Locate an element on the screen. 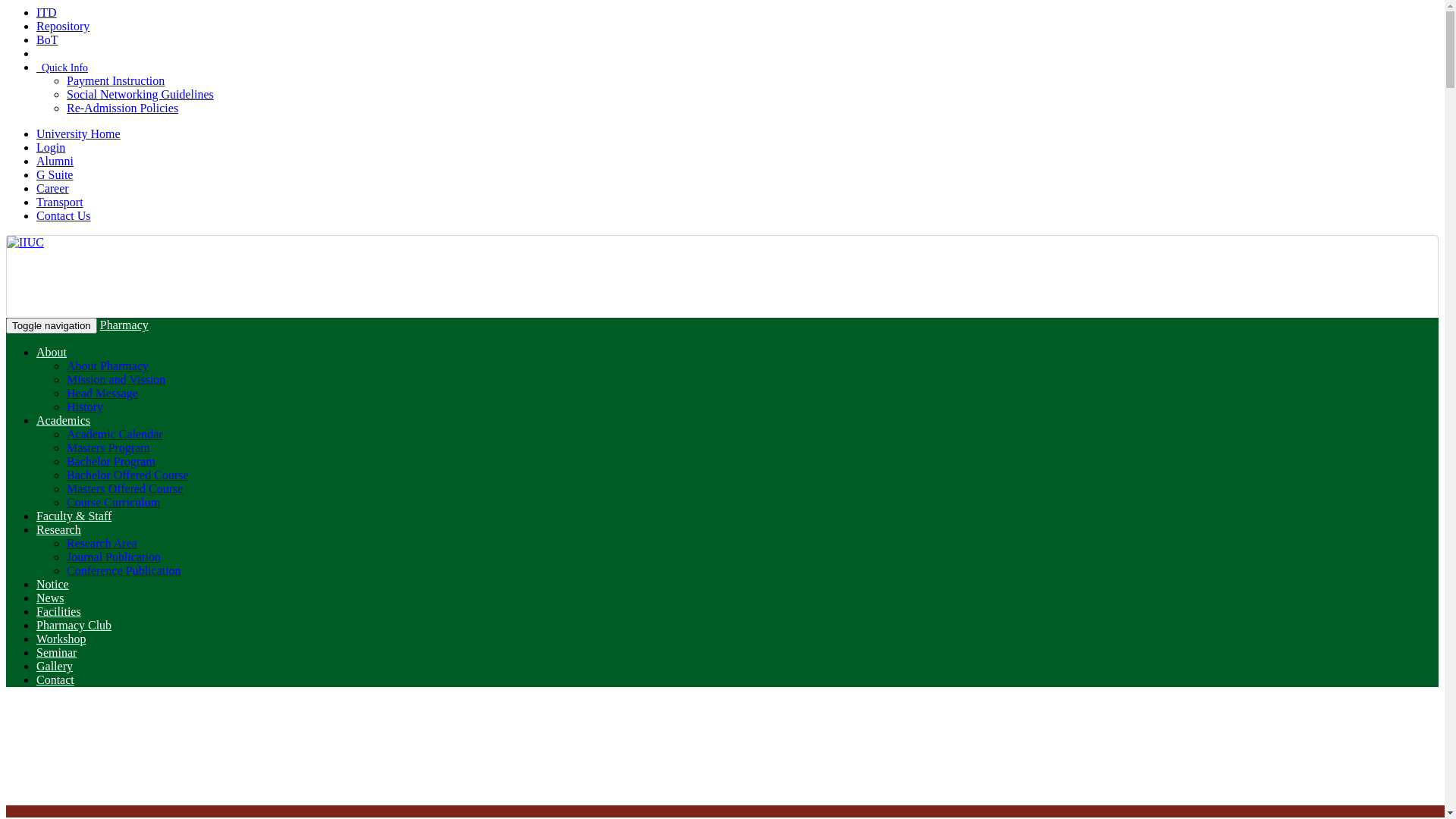 The width and height of the screenshot is (1456, 819). 'Conference Publication' is located at coordinates (124, 570).